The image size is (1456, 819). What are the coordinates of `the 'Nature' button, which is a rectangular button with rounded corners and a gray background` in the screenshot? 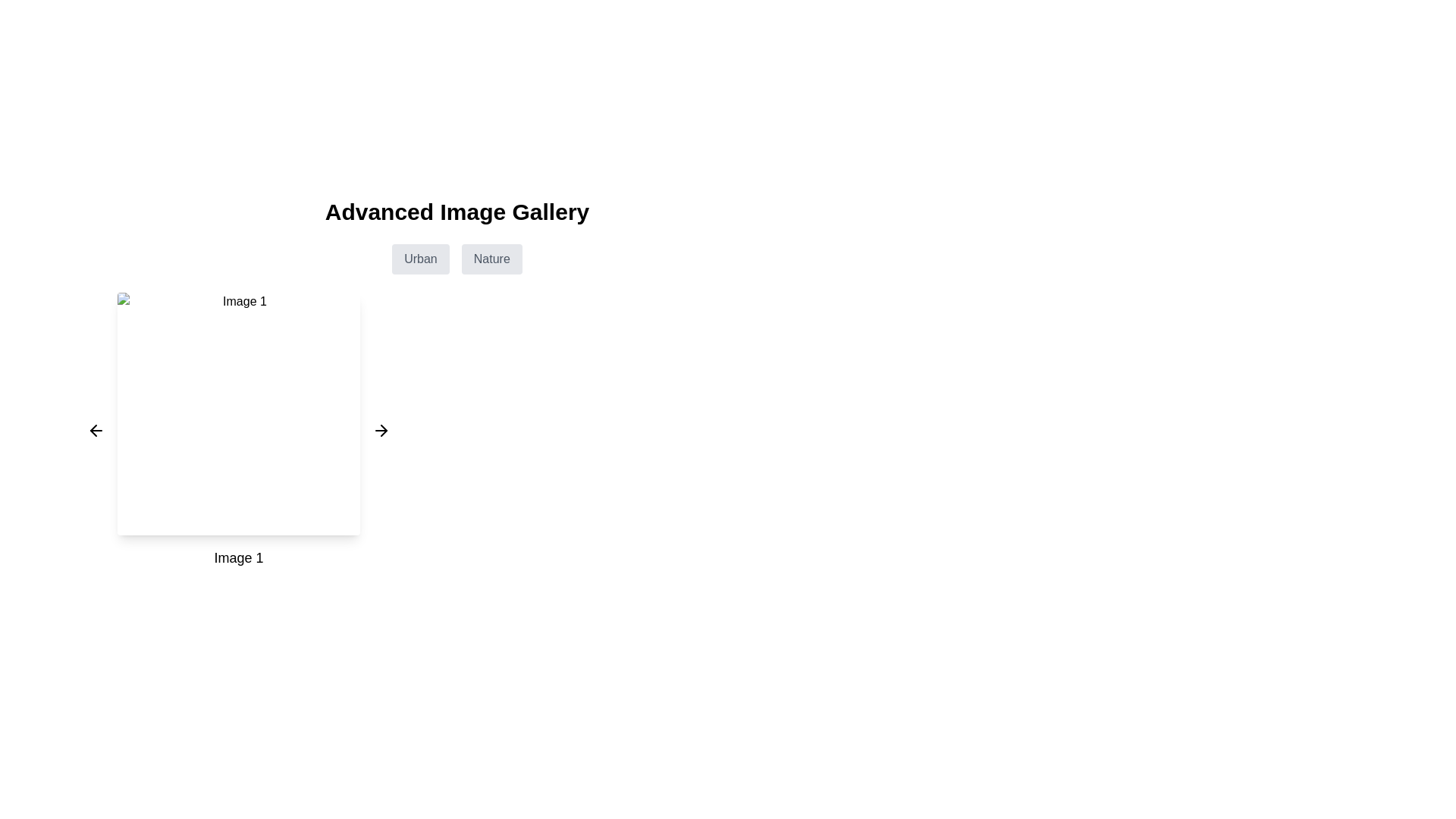 It's located at (491, 259).